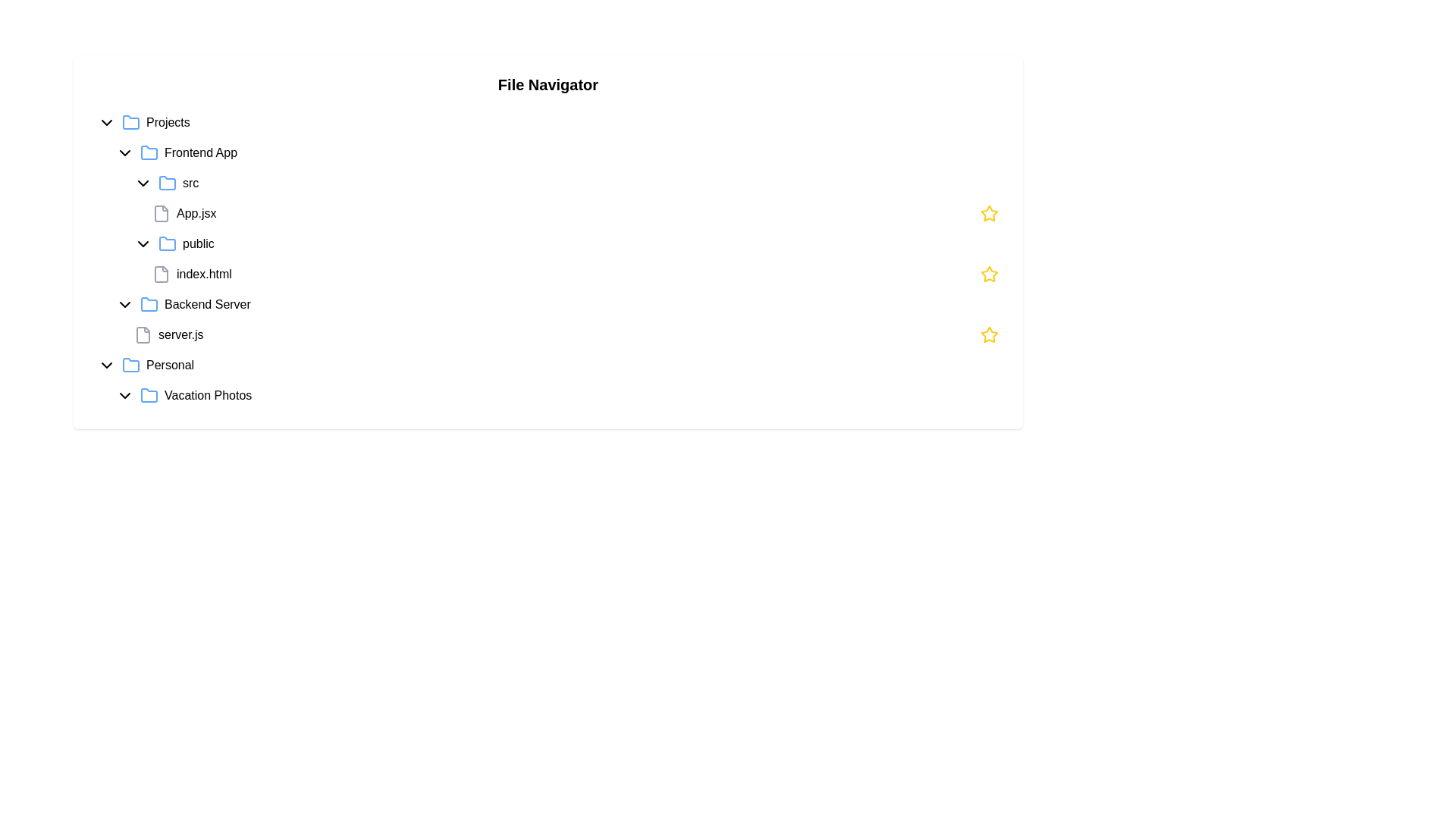  Describe the element at coordinates (207, 394) in the screenshot. I see `the 'Vacation Photos' text label within the 'Personal' folder entry in the file navigator` at that location.